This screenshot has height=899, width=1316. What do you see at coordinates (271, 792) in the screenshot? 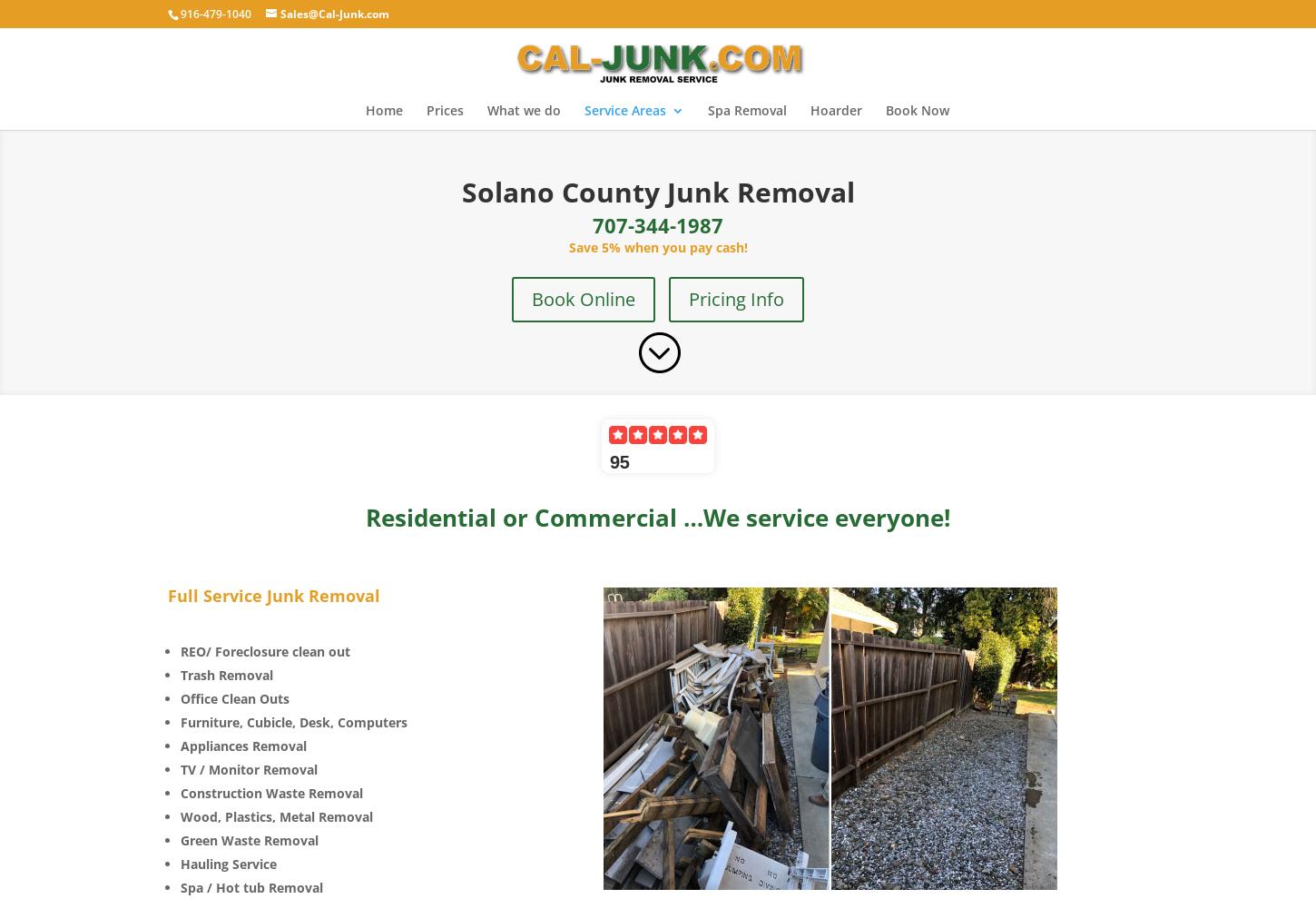
I see `'Construction Waste Removal'` at bounding box center [271, 792].